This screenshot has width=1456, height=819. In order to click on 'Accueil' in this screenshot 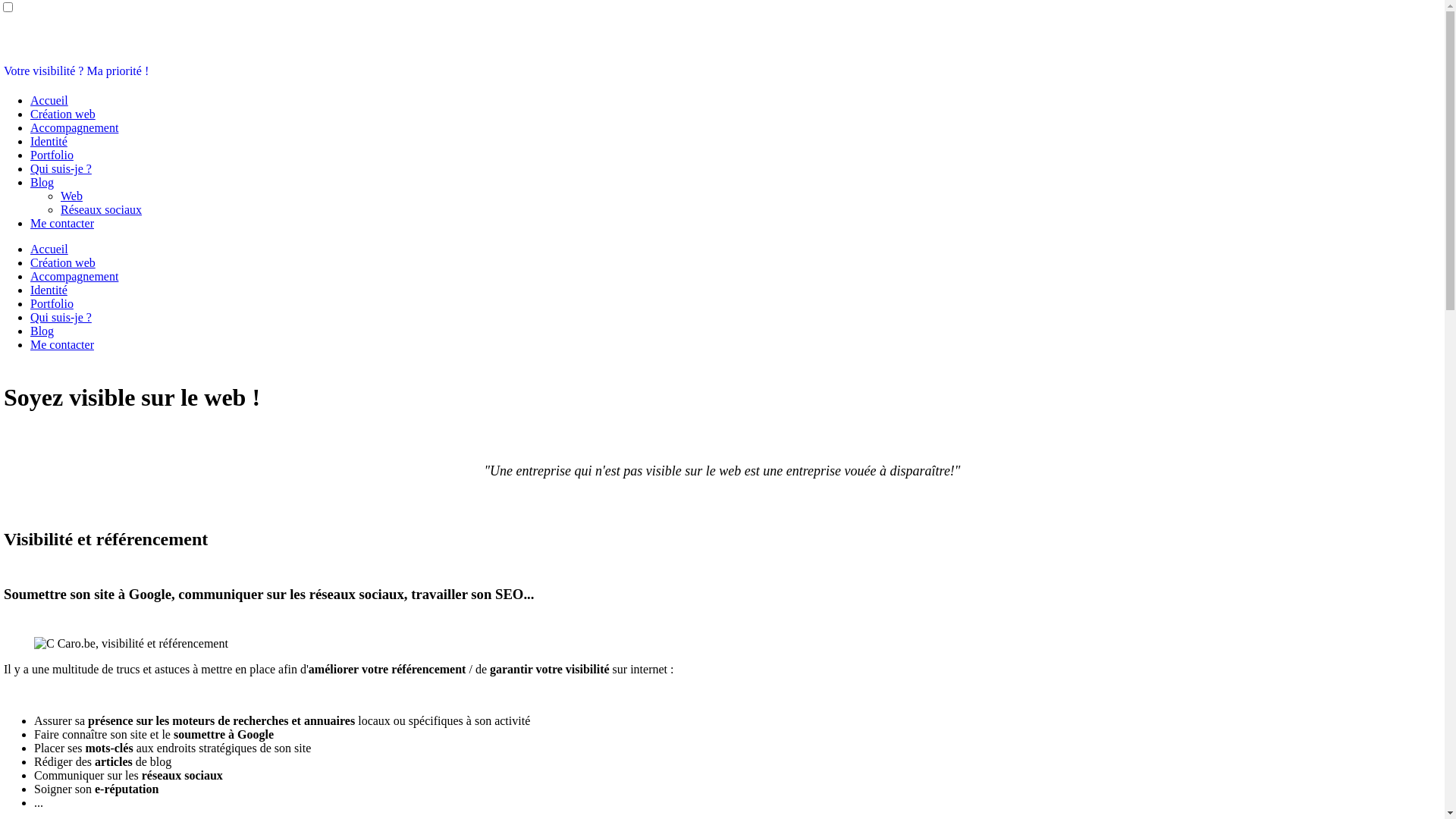, I will do `click(49, 248)`.